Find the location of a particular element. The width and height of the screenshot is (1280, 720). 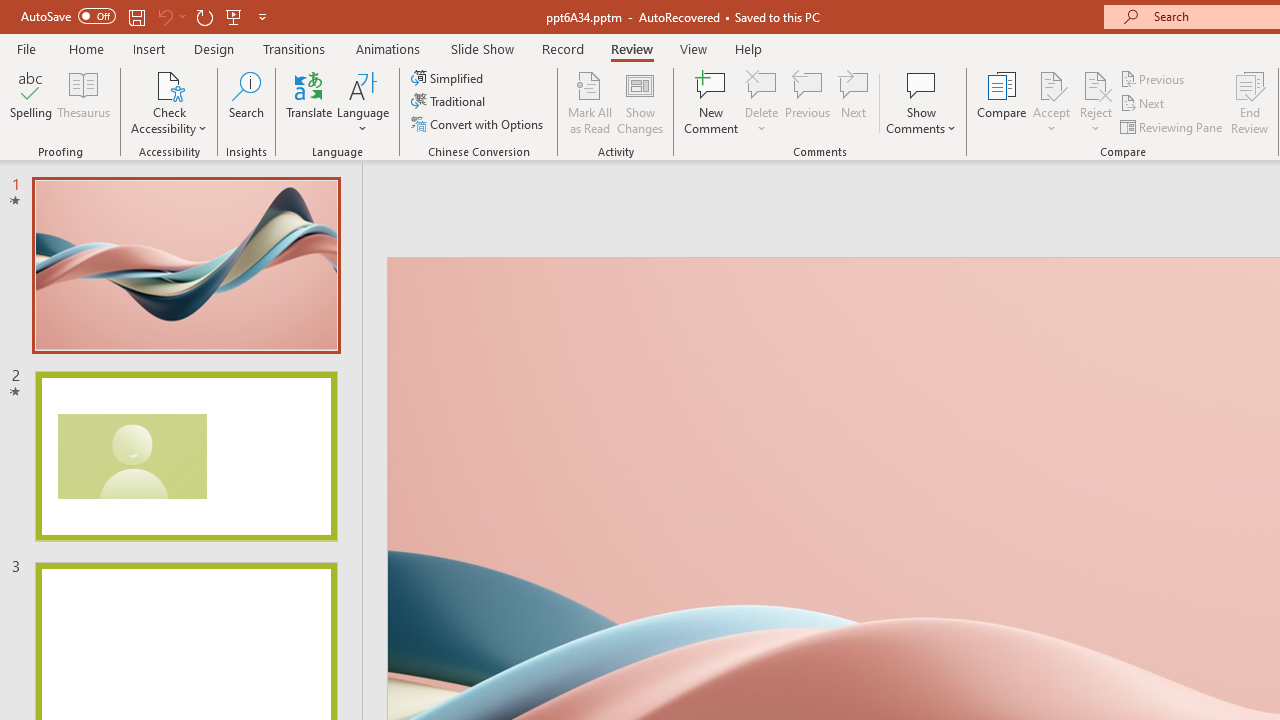

'Reject' is located at coordinates (1095, 103).